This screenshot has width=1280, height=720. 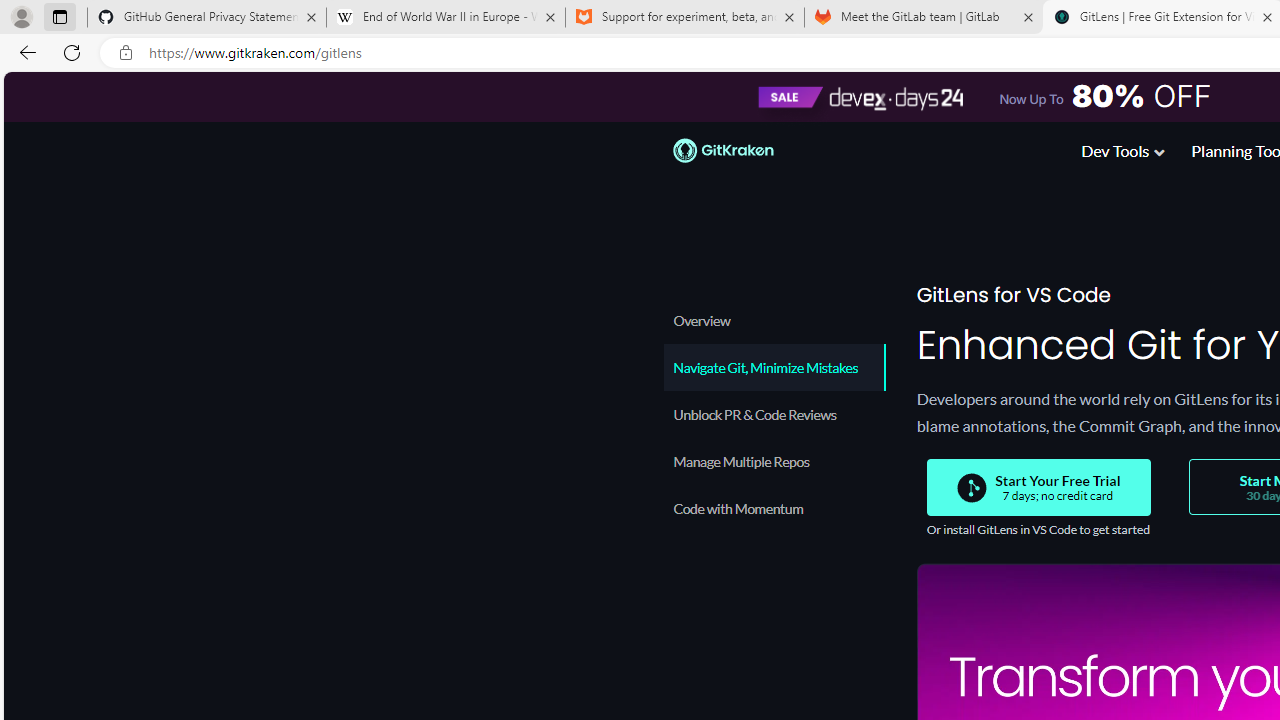 What do you see at coordinates (207, 17) in the screenshot?
I see `'GitHub General Privacy Statement - GitHub Docs'` at bounding box center [207, 17].